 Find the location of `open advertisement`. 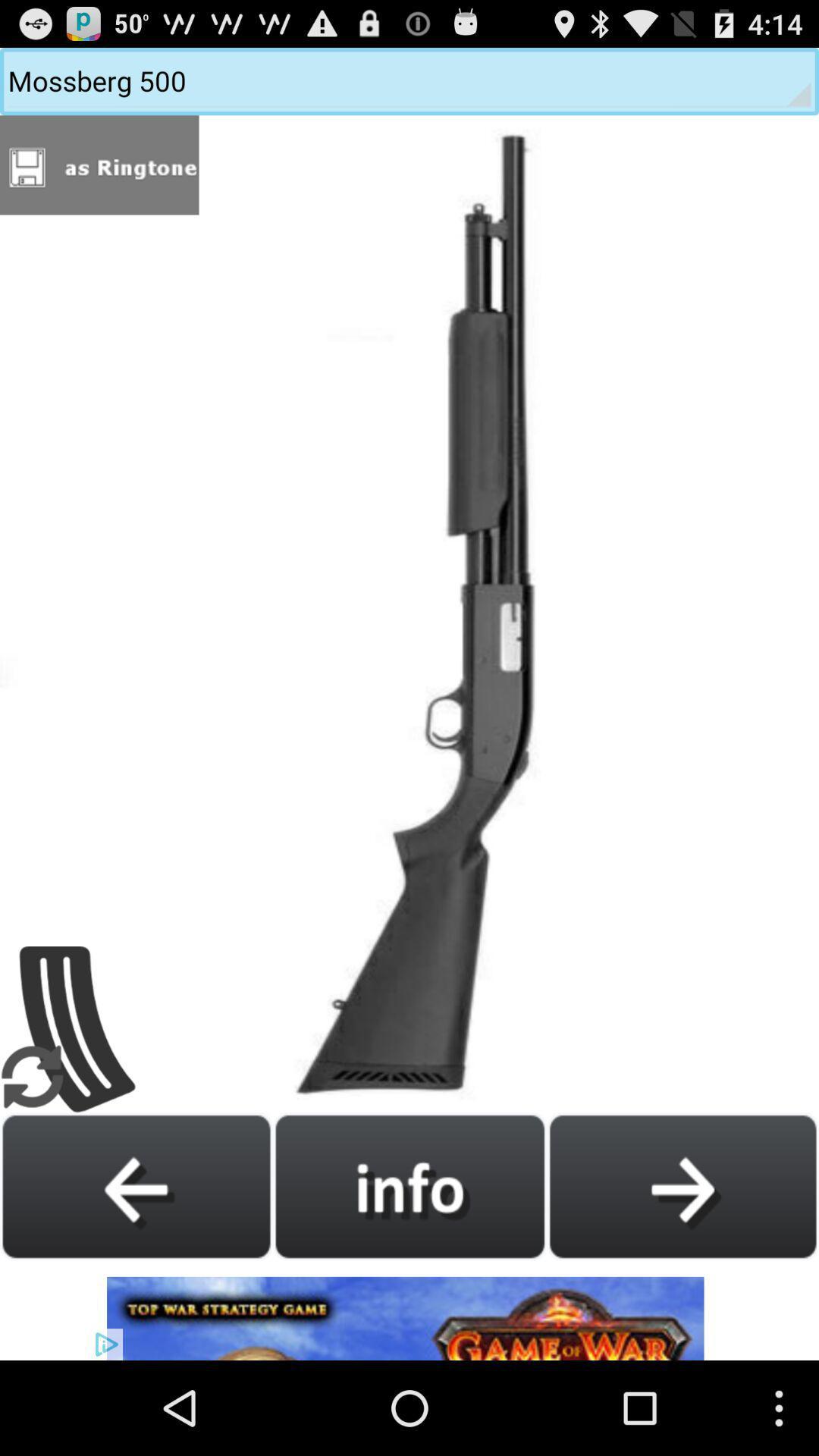

open advertisement is located at coordinates (409, 1310).